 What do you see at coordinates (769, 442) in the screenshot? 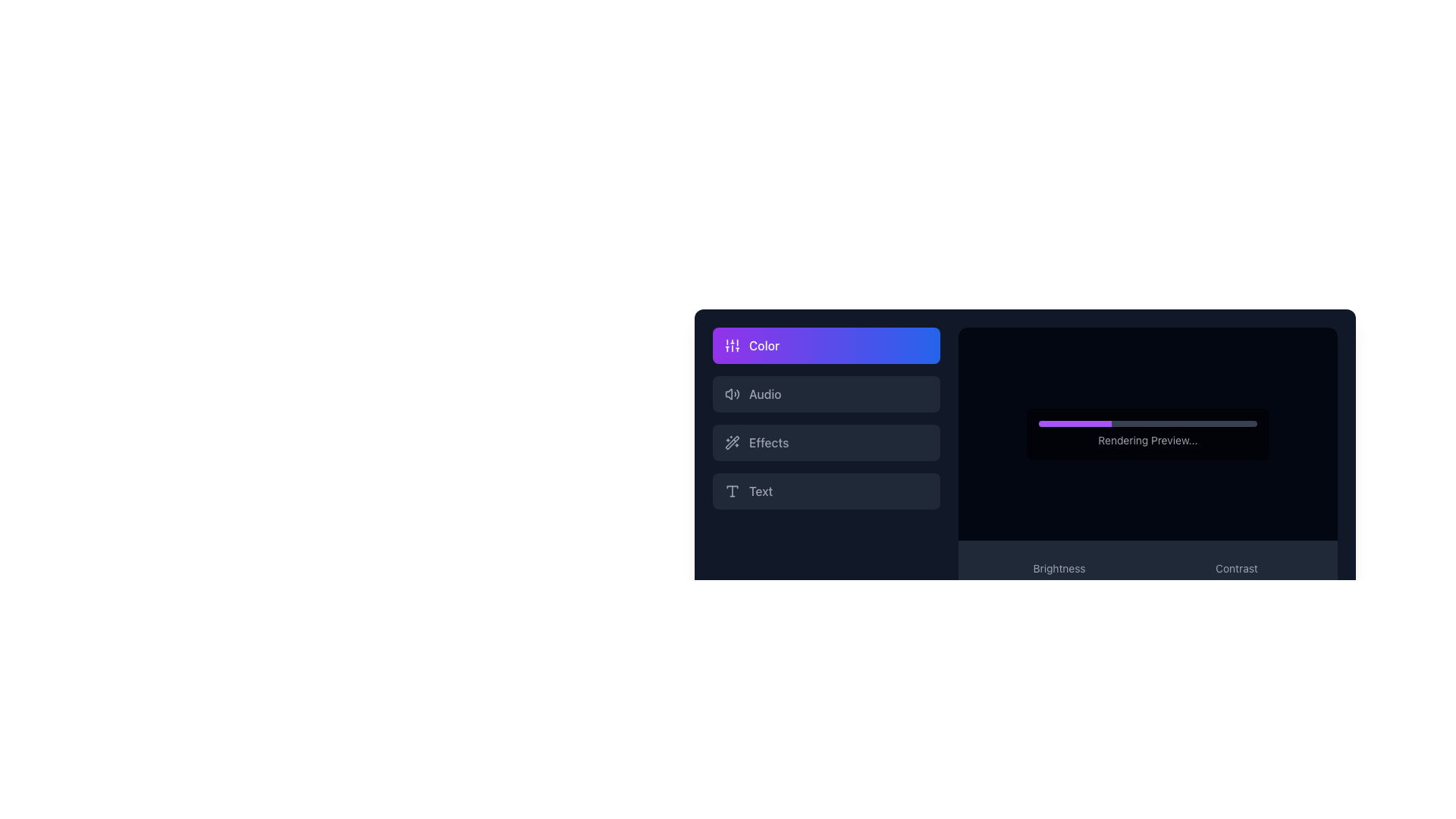
I see `the effects menu item located in the third row of the vertical menu, positioned below the 'Audio' option and above the 'Text' option` at bounding box center [769, 442].